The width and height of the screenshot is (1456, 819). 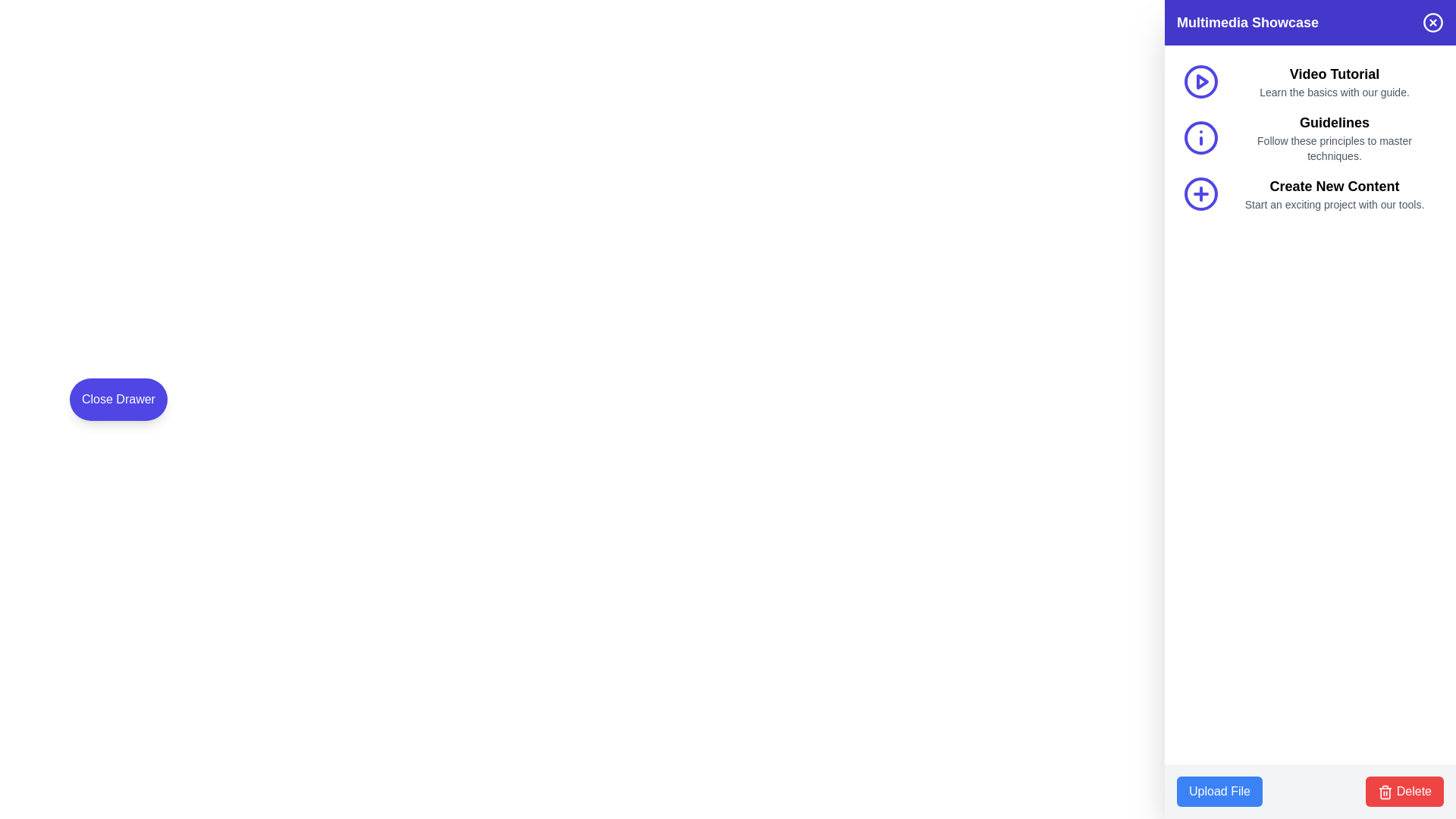 I want to click on the icon in the 'Create New Content' section located in the right sidebar, so click(x=1200, y=193).